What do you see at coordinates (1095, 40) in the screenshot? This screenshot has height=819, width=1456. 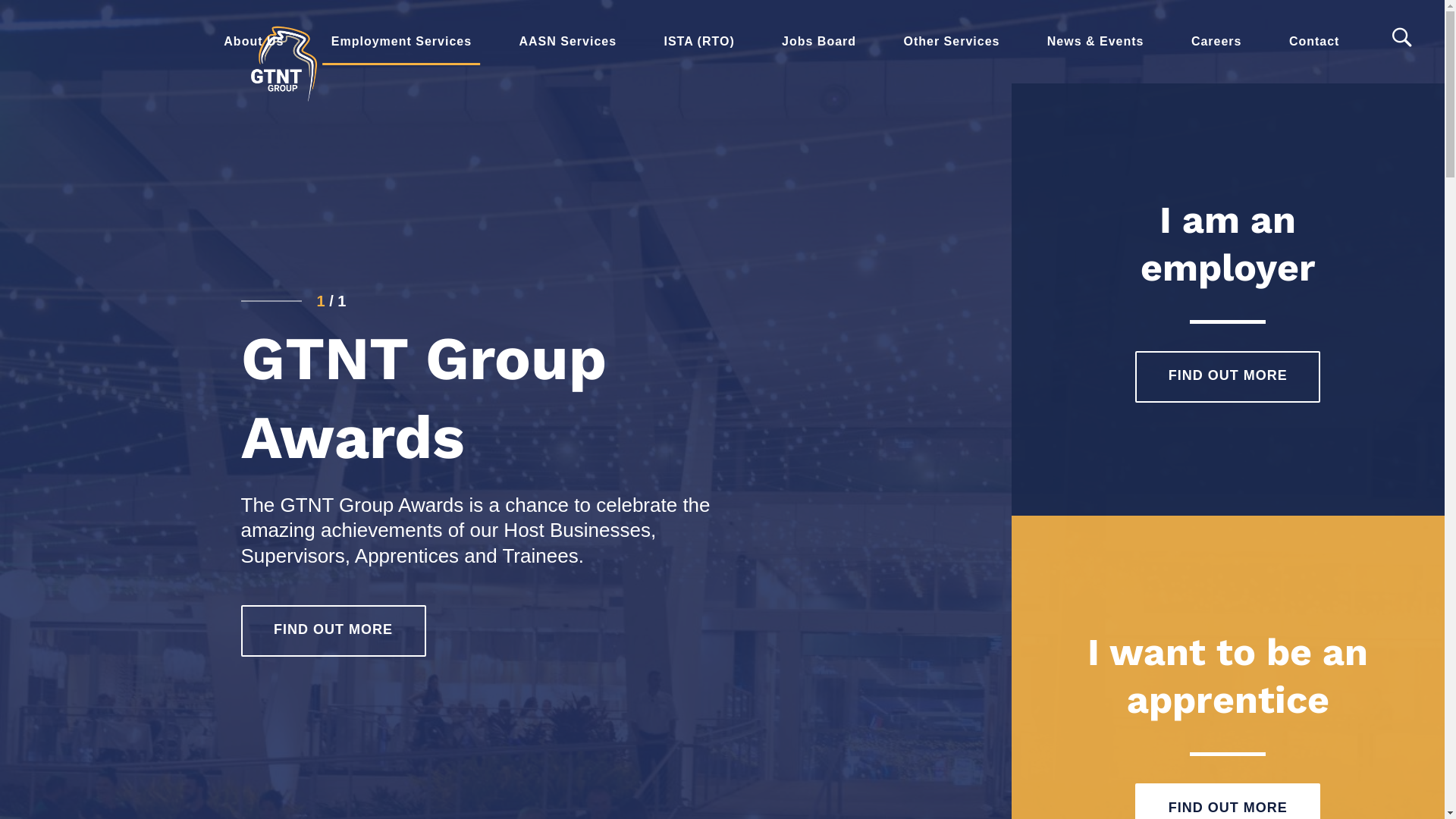 I see `'News & Events'` at bounding box center [1095, 40].